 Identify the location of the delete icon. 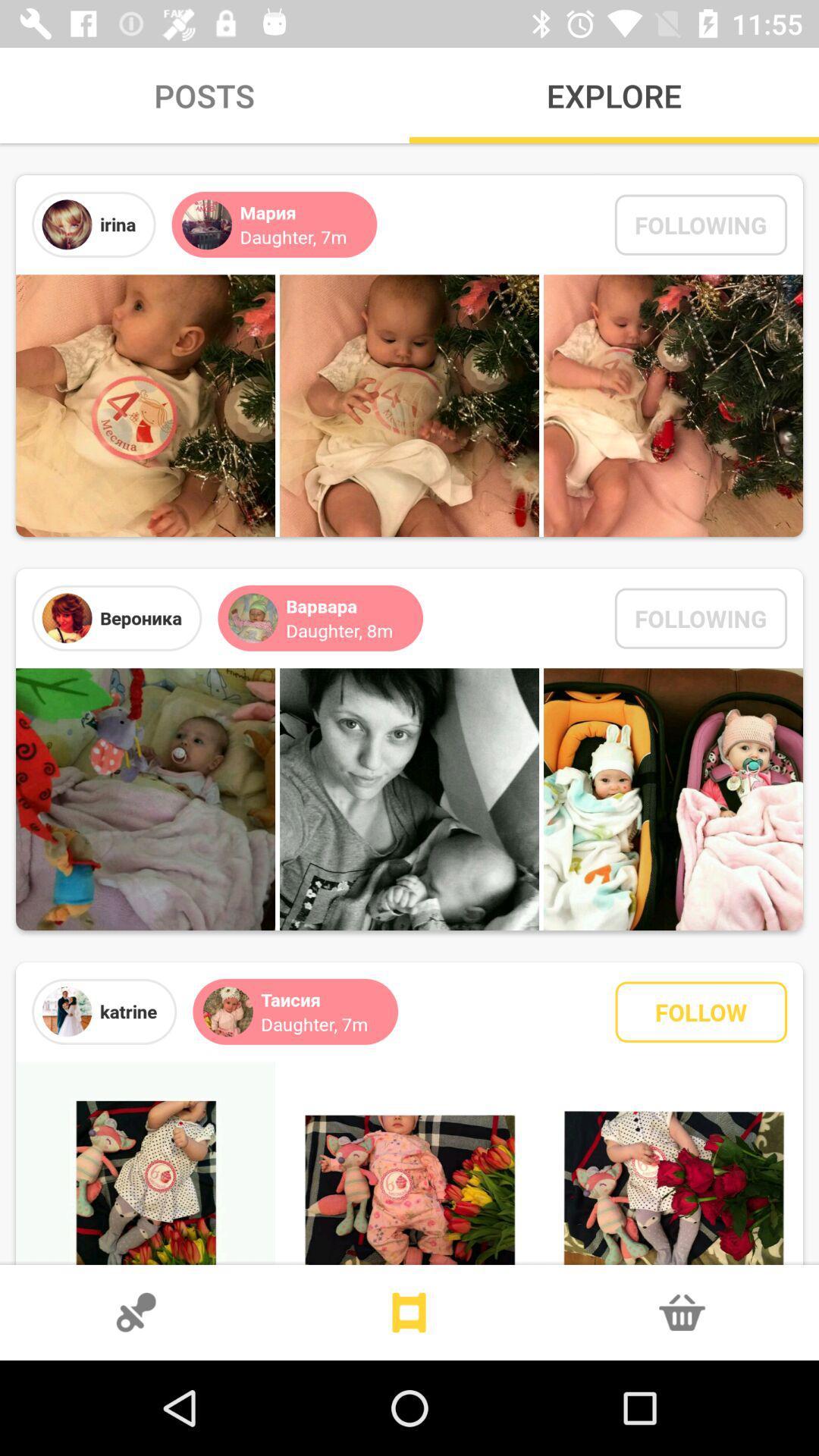
(681, 1312).